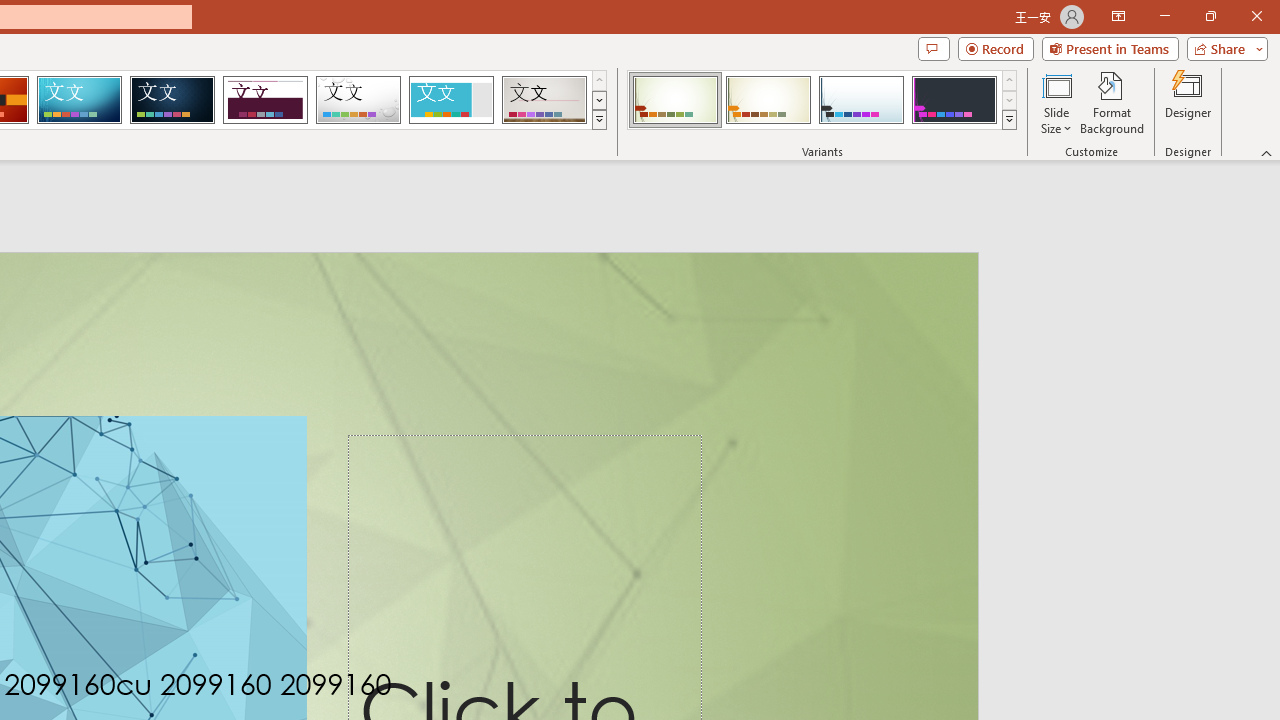  I want to click on 'AutomationID: ThemeVariantsGallery', so click(823, 100).